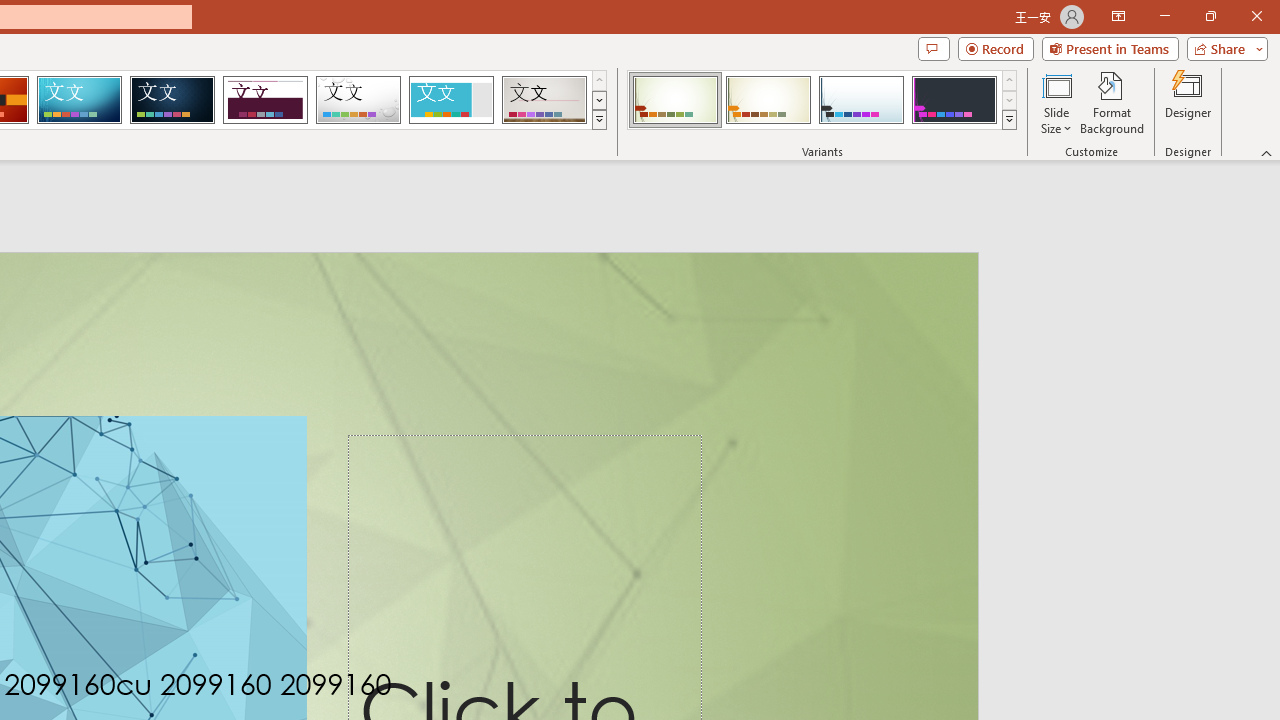  I want to click on 'AutomationID: ThemeVariantsGallery', so click(823, 100).